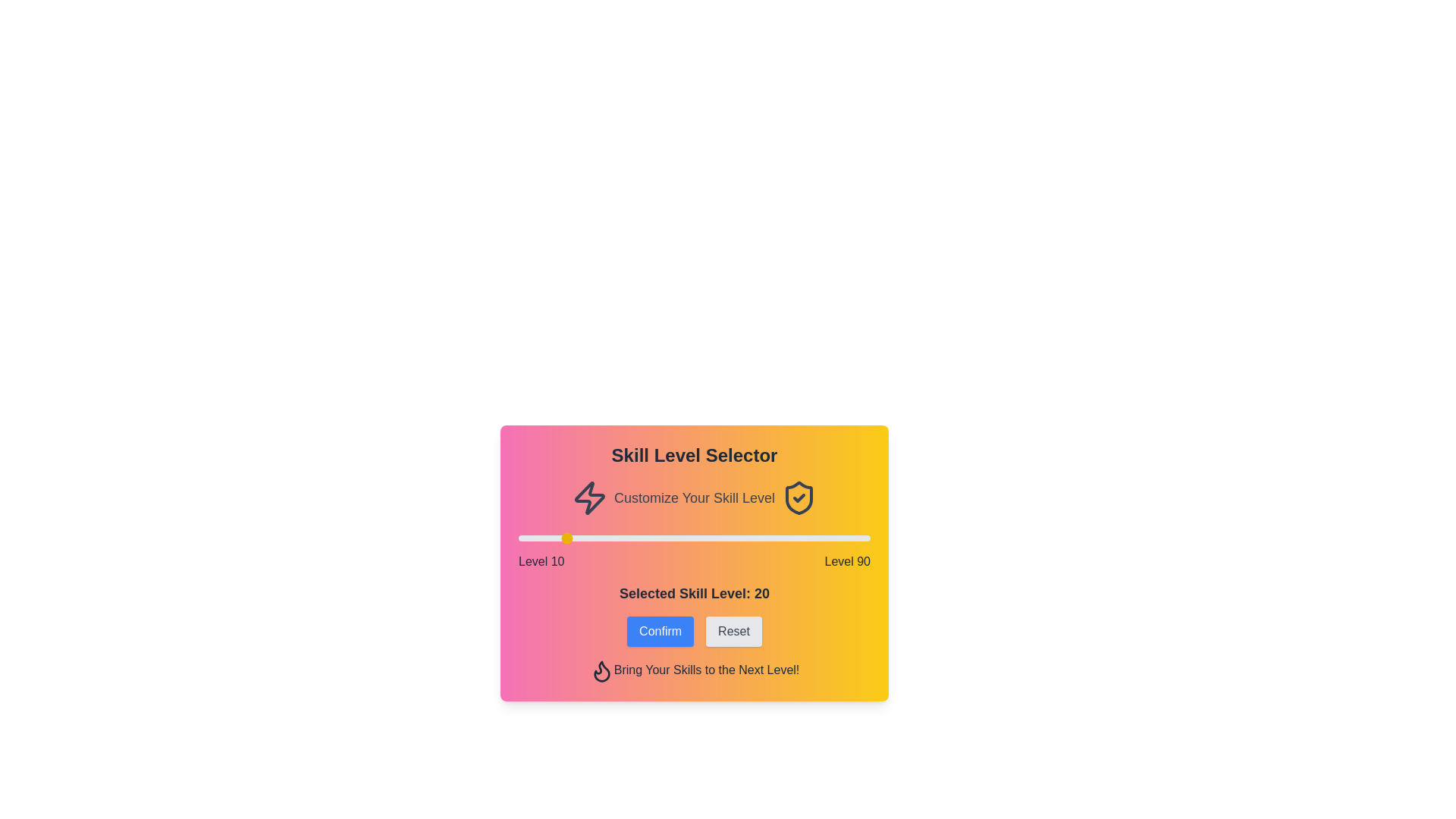  What do you see at coordinates (799, 497) in the screenshot?
I see `the specified icon (ShieldCheck) to trigger its action` at bounding box center [799, 497].